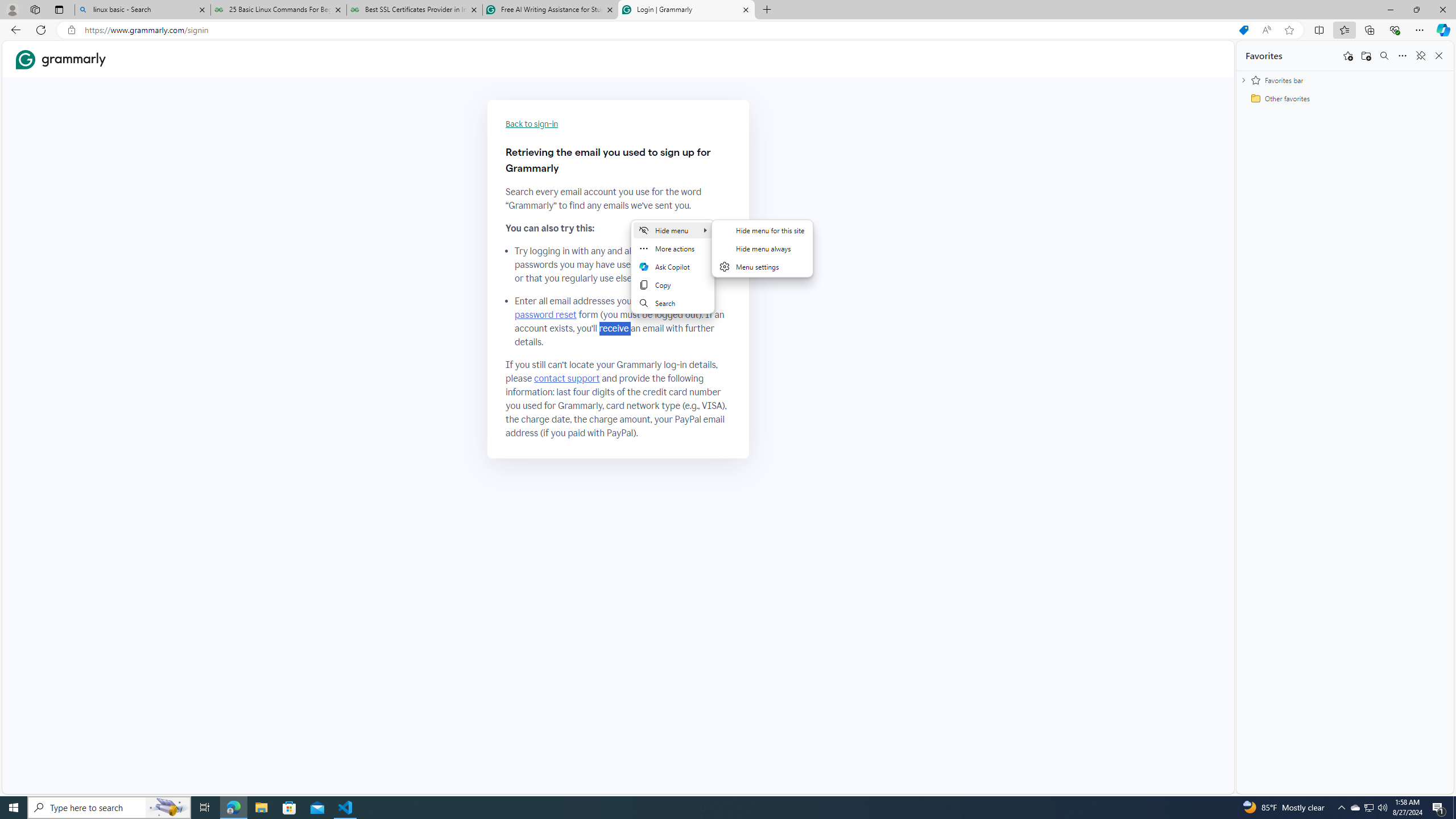  Describe the element at coordinates (545, 314) in the screenshot. I see `'password reset'` at that location.